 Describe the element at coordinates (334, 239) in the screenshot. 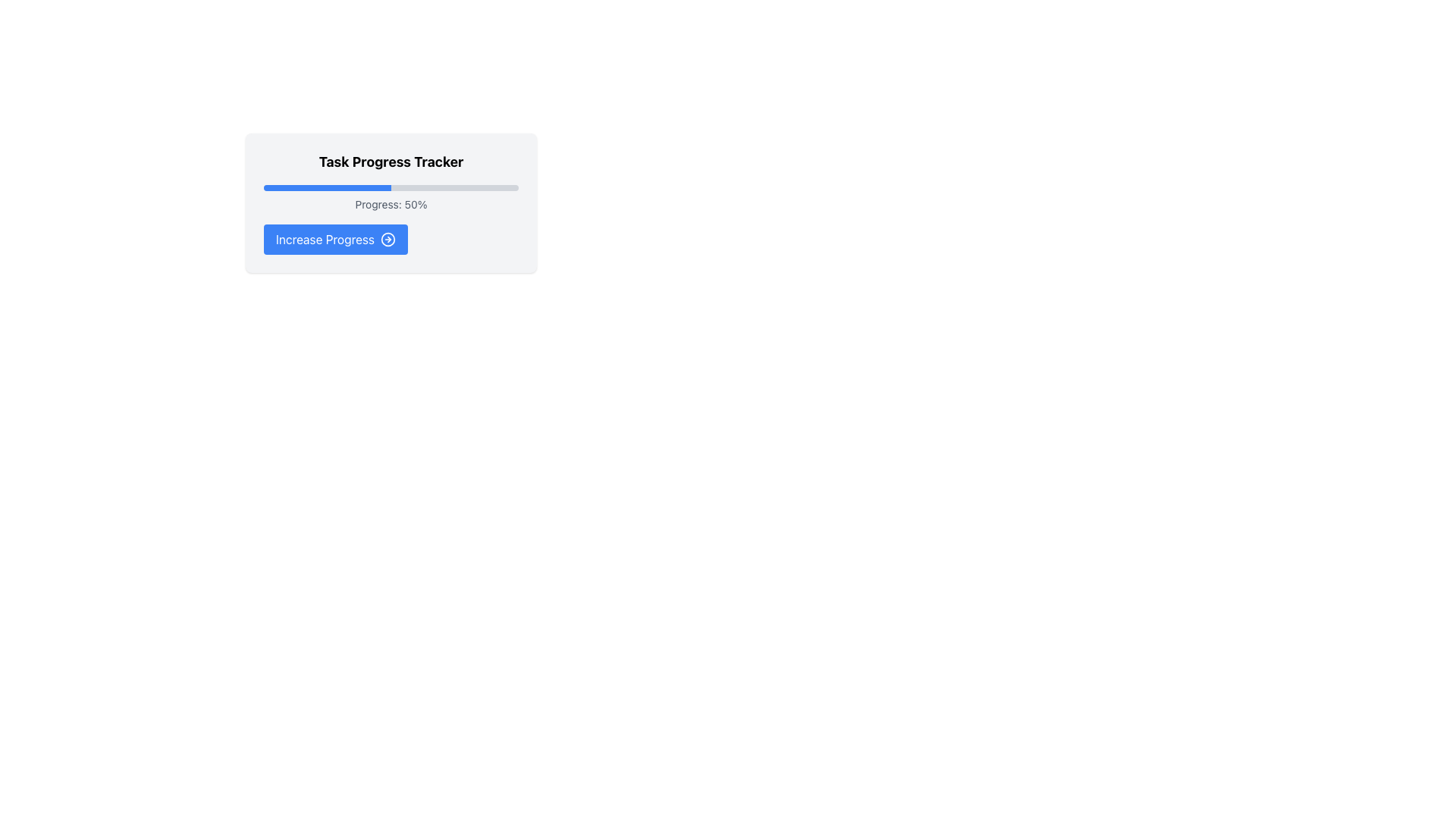

I see `the button located at the bottom of the 'Task Progress Tracker' component` at that location.